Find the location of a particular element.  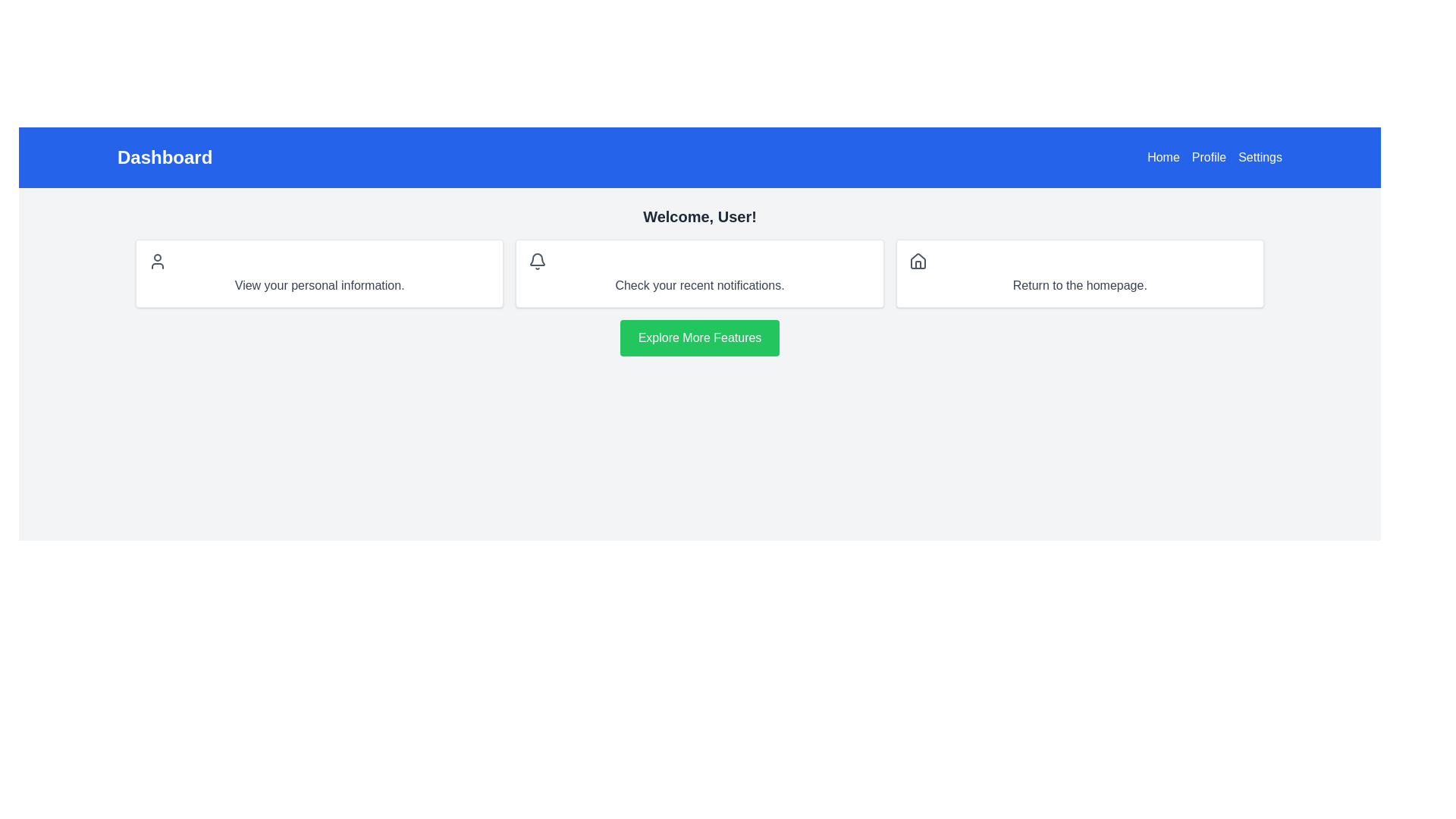

the gray bell icon indicating notifications, located at the top of the card with the text 'Check your recent notifications.' is located at coordinates (538, 260).